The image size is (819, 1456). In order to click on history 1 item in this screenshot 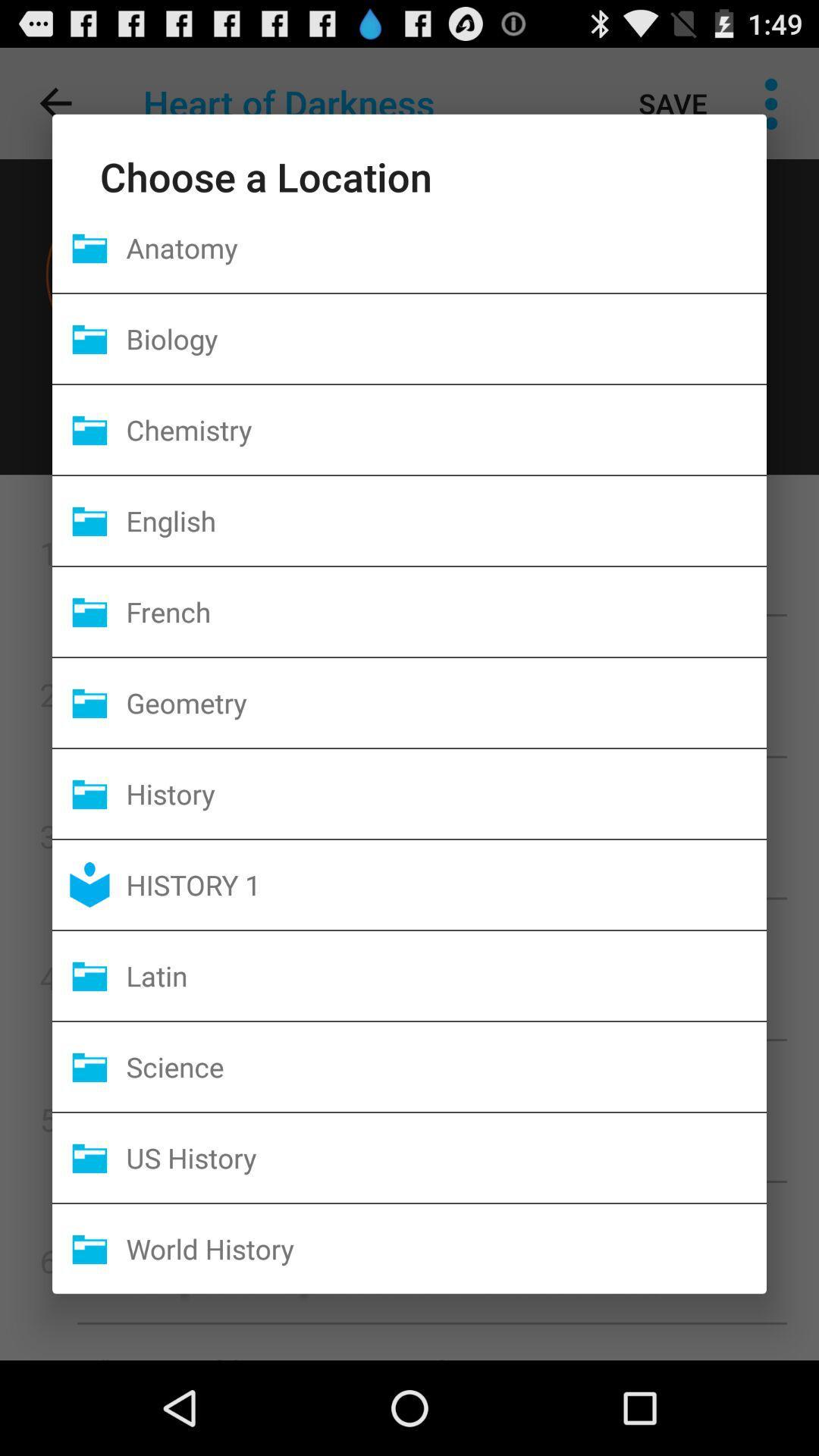, I will do `click(445, 884)`.